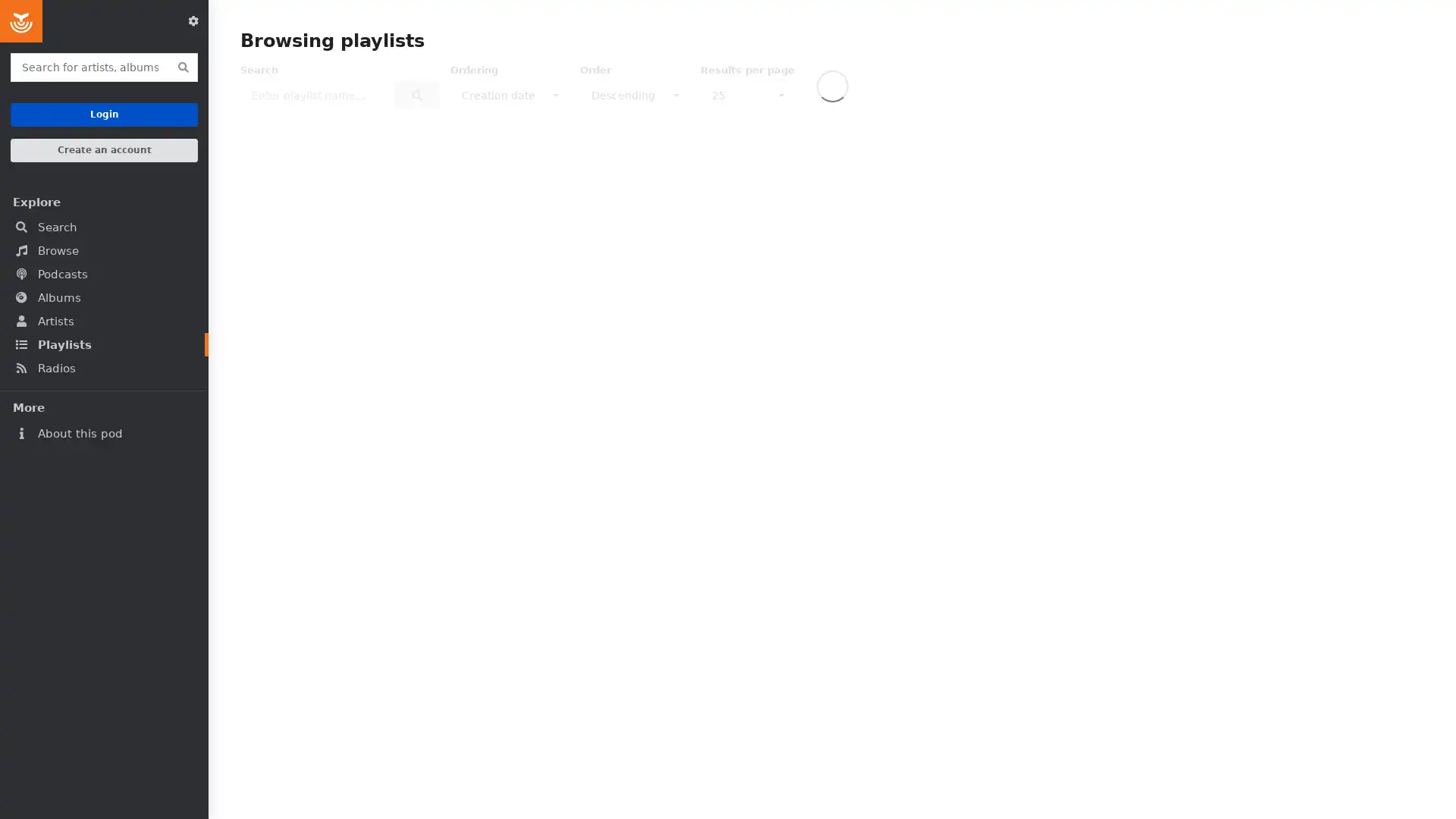  What do you see at coordinates (417, 96) in the screenshot?
I see `Search` at bounding box center [417, 96].